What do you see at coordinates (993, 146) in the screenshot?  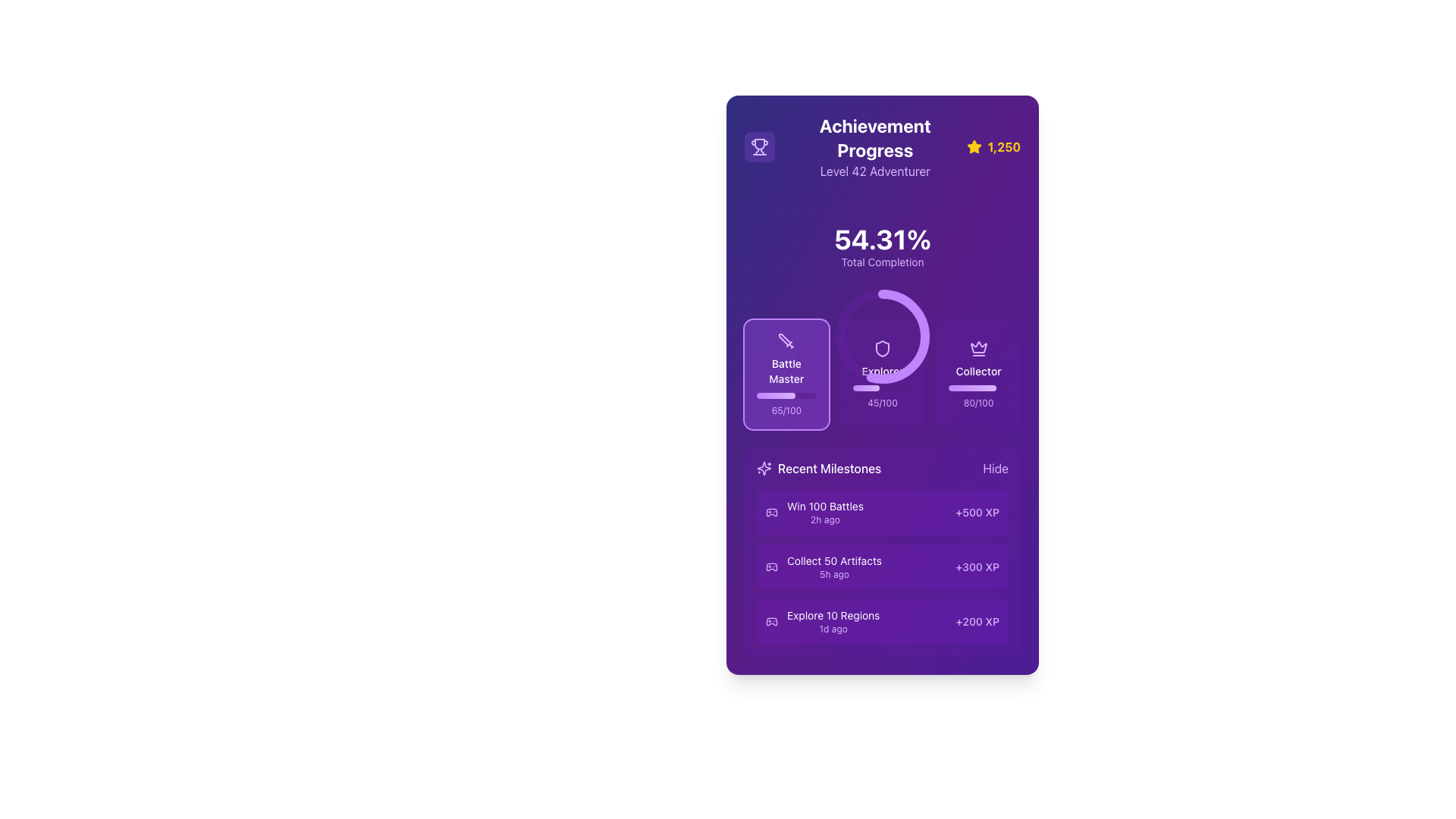 I see `the golden star icon and bold yellow text '1,250' in the top-right corner of the 'Achievement Progress' card` at bounding box center [993, 146].